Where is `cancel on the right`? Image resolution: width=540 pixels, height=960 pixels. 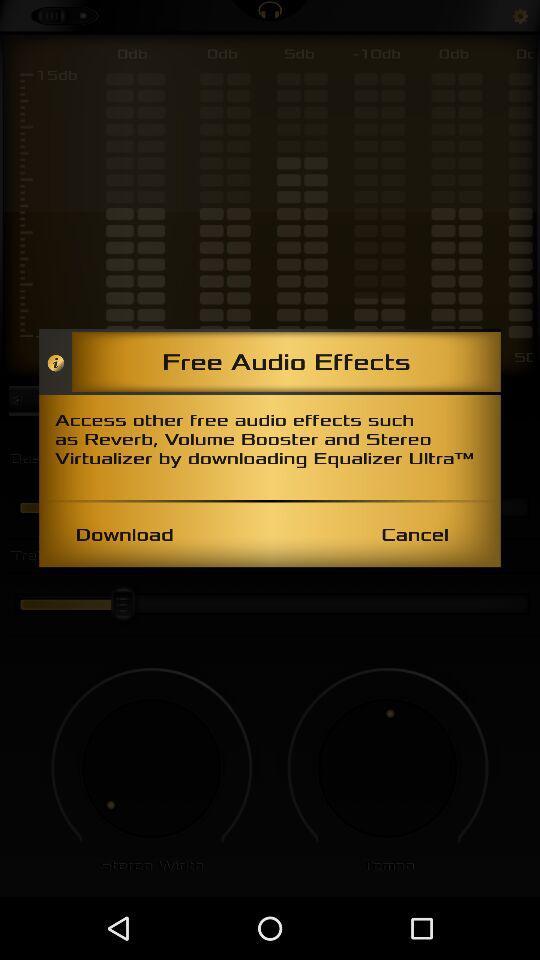 cancel on the right is located at coordinates (414, 533).